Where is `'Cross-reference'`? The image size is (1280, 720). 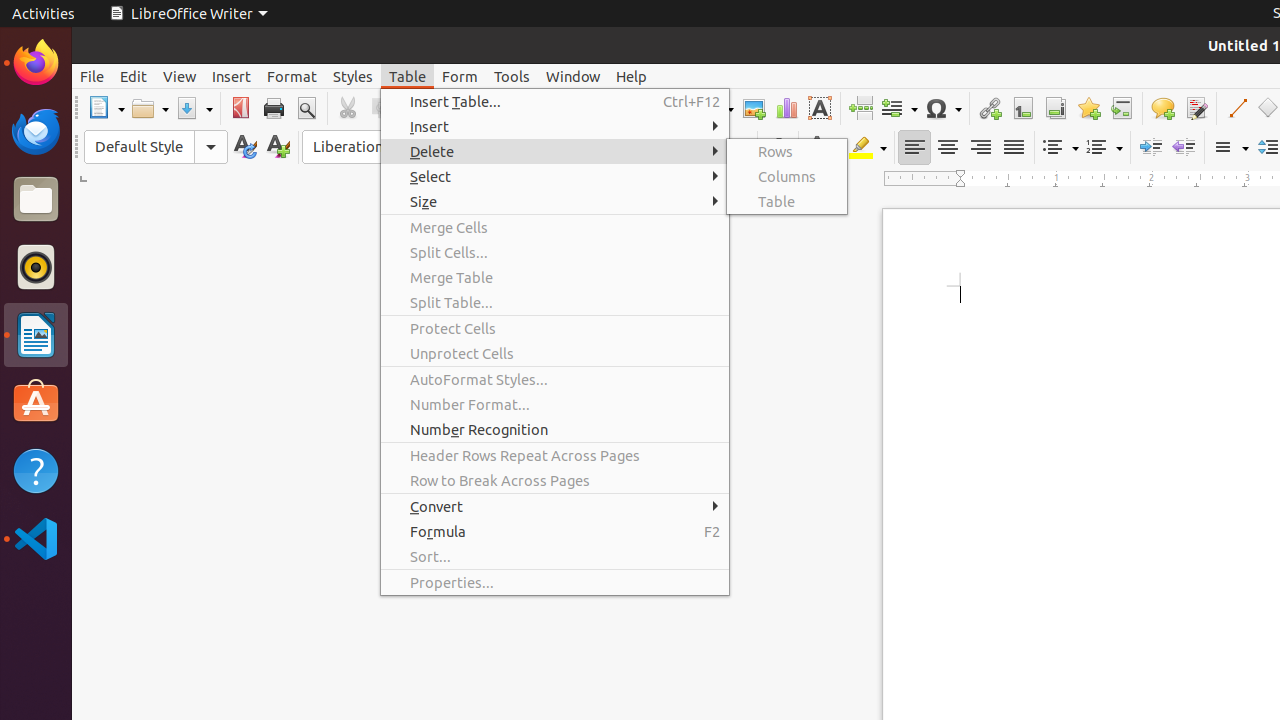
'Cross-reference' is located at coordinates (1121, 108).